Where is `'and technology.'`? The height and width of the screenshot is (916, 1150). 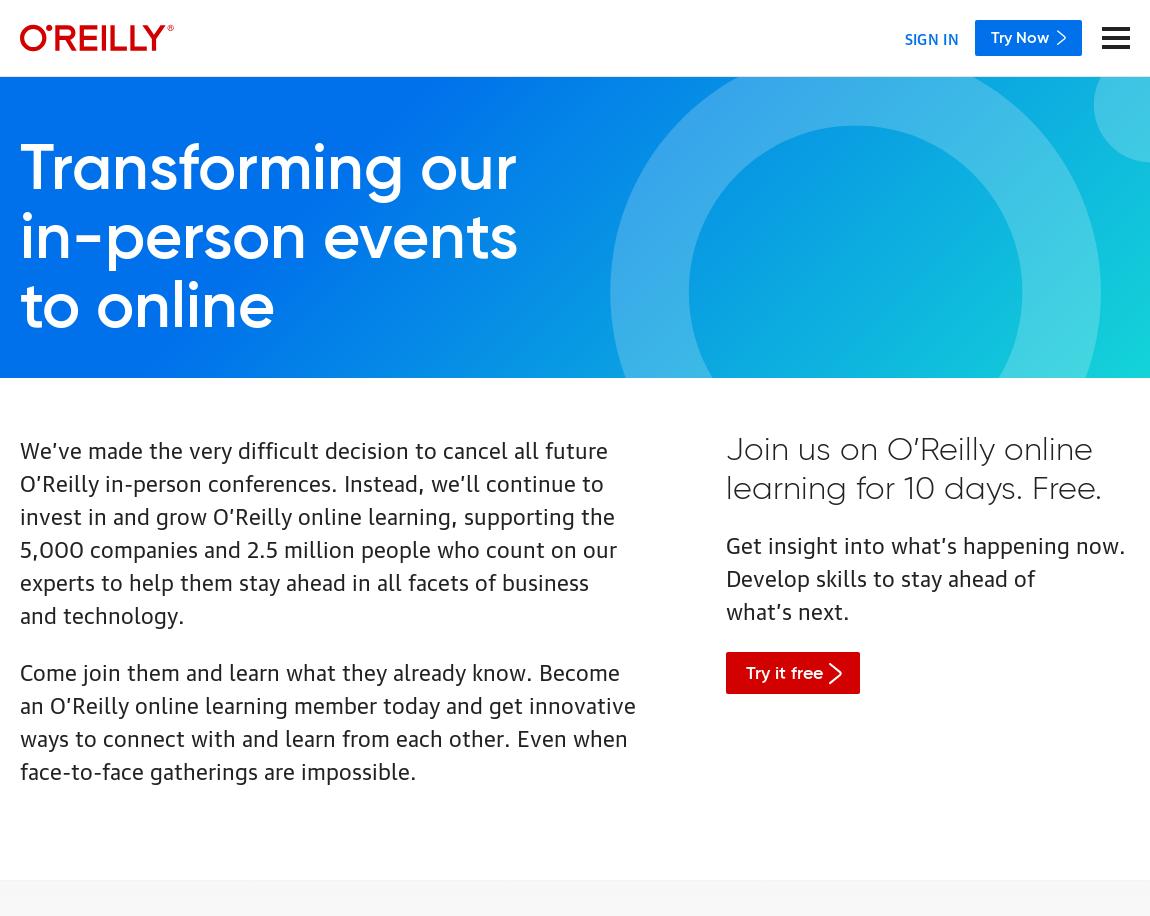
'and technology.' is located at coordinates (101, 613).